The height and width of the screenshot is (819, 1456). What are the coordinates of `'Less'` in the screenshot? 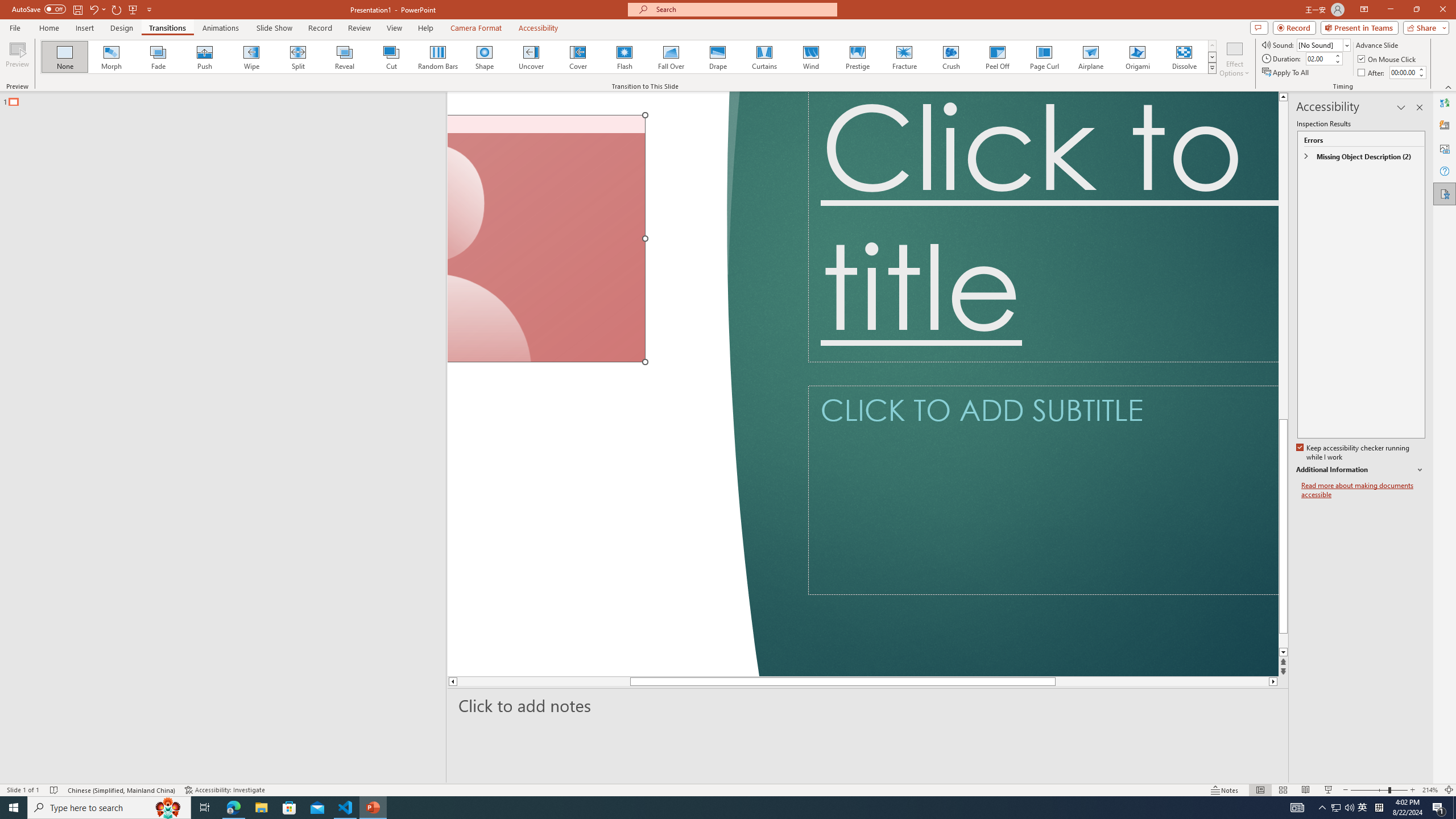 It's located at (1421, 75).